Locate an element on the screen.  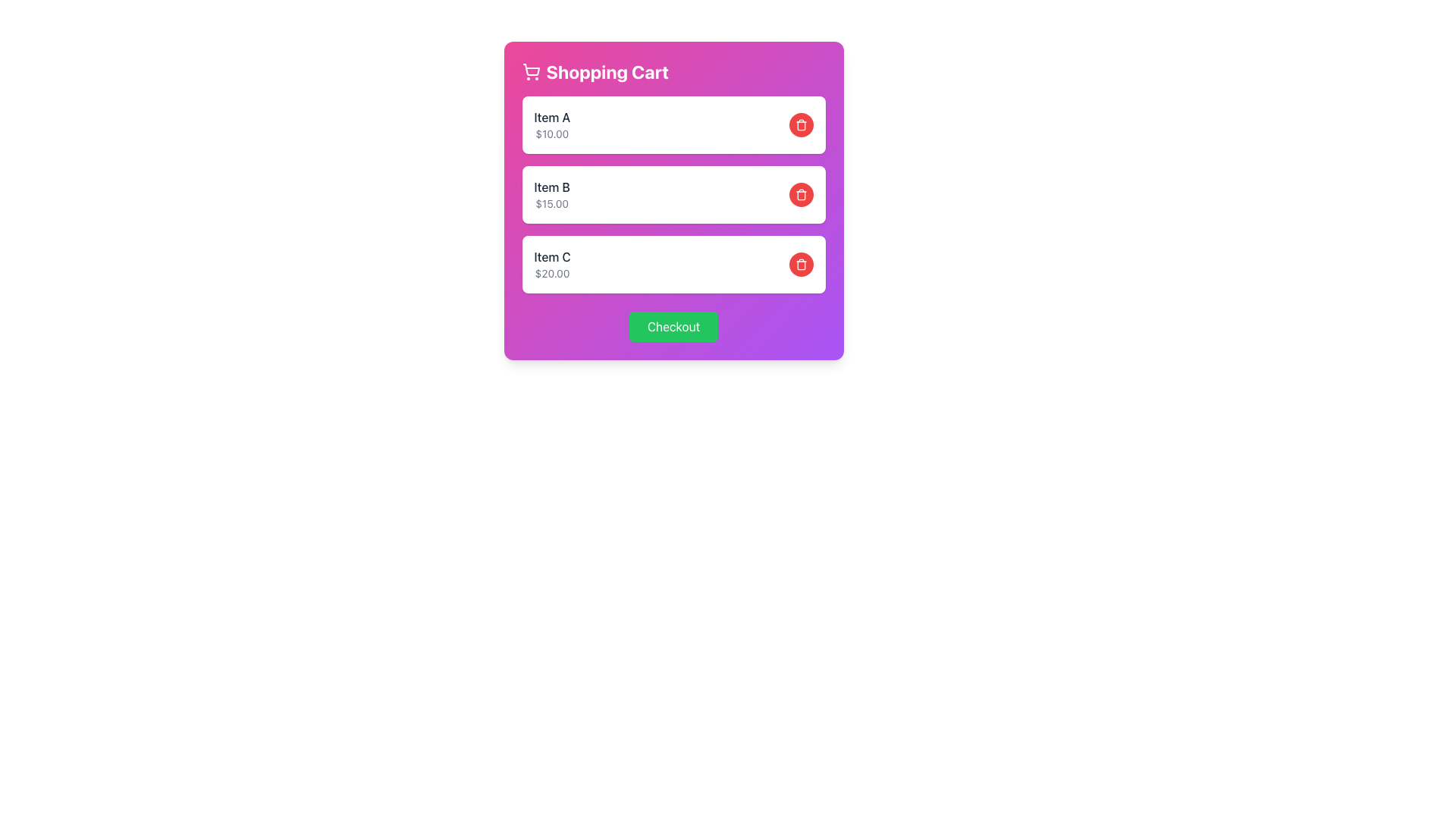
the green rounded rectangular button labeled 'Checkout' located at the bottom-center of the shopping cart interface to proceed to checkout is located at coordinates (673, 326).